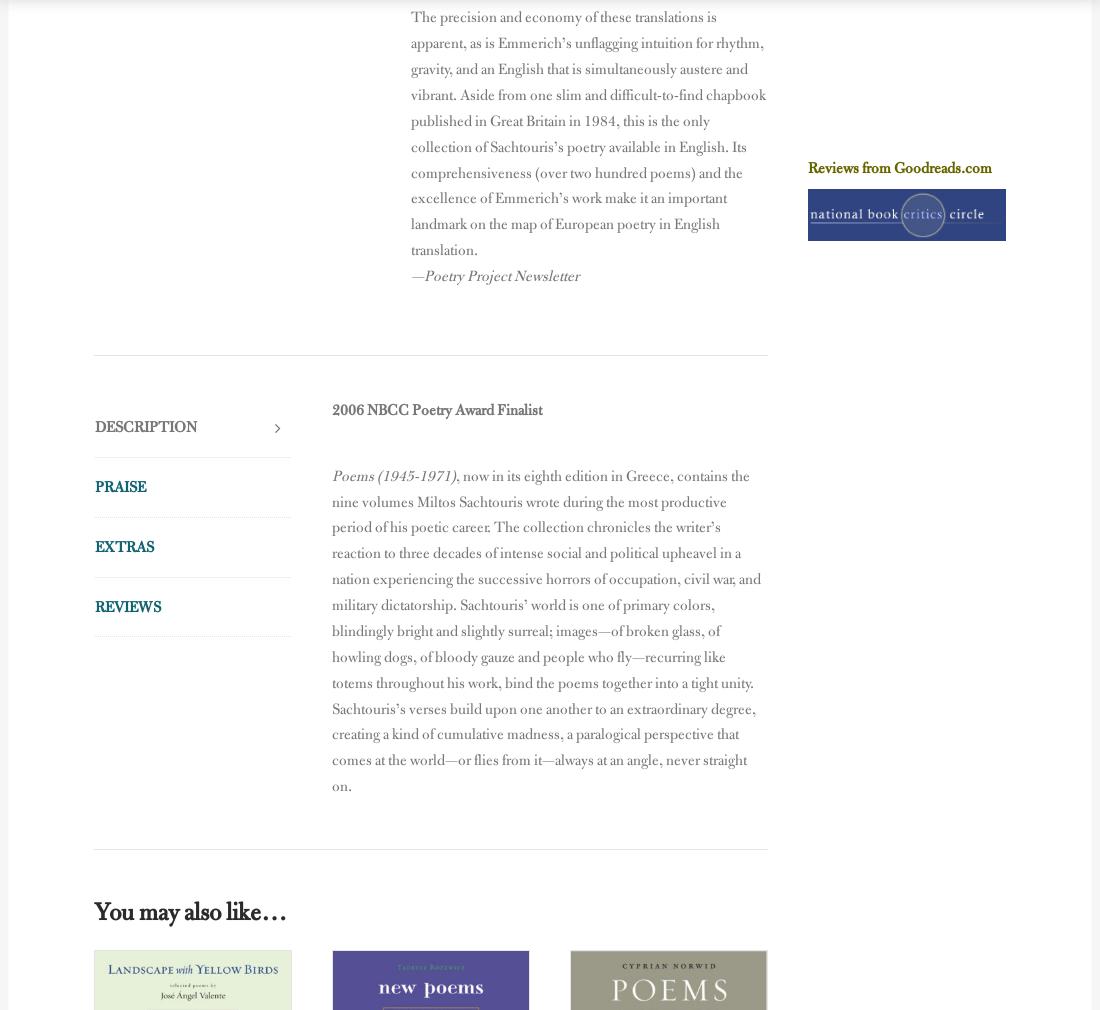 This screenshot has width=1100, height=1010. I want to click on 'The precision and economy of these translations is apparent, as is Emmerich’s unflagging intuition for rhythm, gravity, and an English that is simultaneously austere and vibrant. Aside from one slim and difficult-to-find chapbook published in Great Britain in 1984, this is the only collection of Sachtouris’s poetry available in English. Its comprehensiveness (over two hundred poems) and the excellence of Emmerich’s work make it an important landmark on the map of European poetry in English translation.', so click(587, 132).